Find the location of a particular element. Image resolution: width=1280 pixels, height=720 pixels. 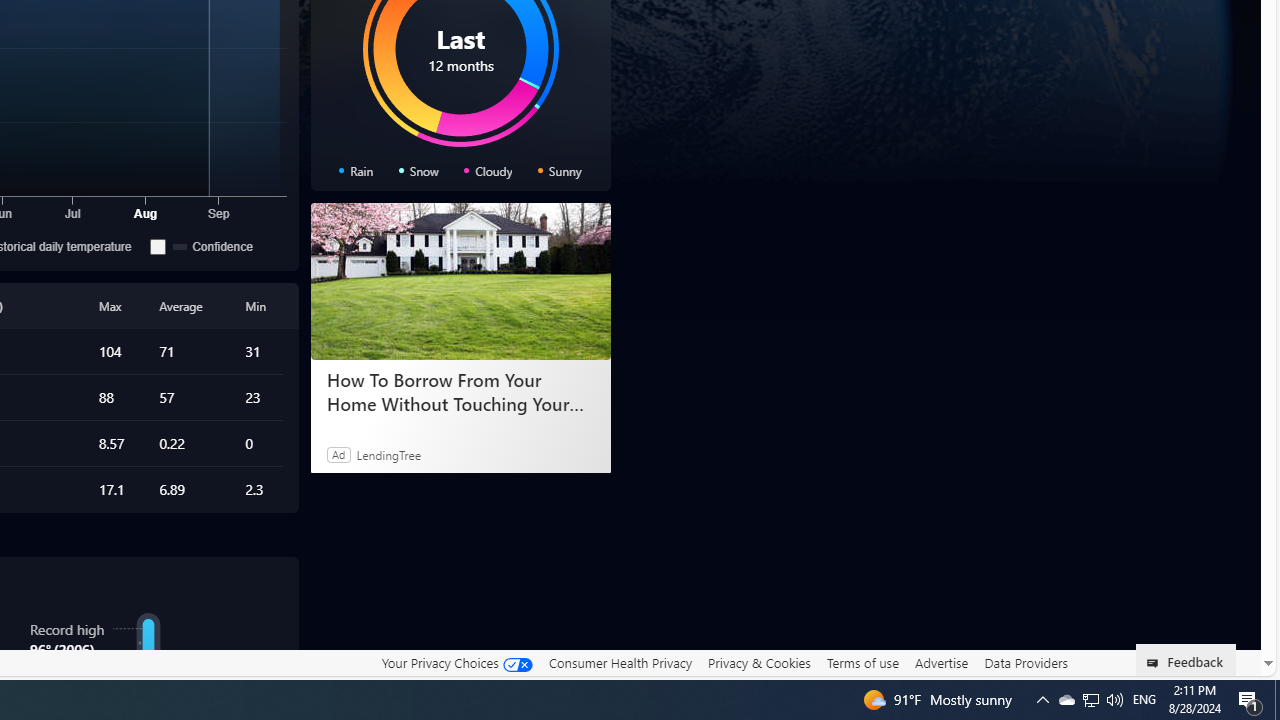

'Advertise' is located at coordinates (940, 663).